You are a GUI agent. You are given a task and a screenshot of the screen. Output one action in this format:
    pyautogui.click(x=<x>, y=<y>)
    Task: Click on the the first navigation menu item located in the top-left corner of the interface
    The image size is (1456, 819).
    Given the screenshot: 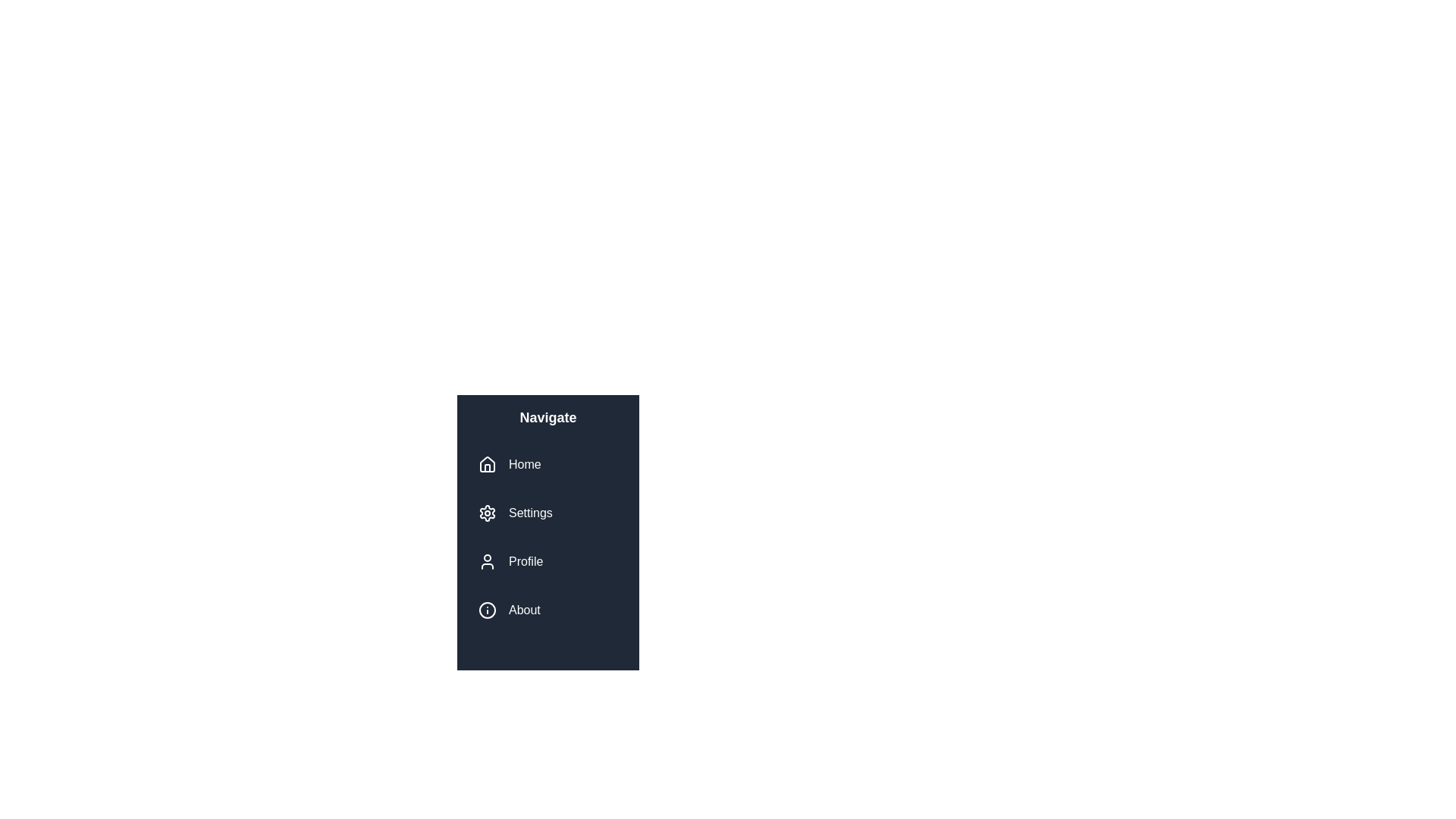 What is the action you would take?
    pyautogui.click(x=548, y=464)
    